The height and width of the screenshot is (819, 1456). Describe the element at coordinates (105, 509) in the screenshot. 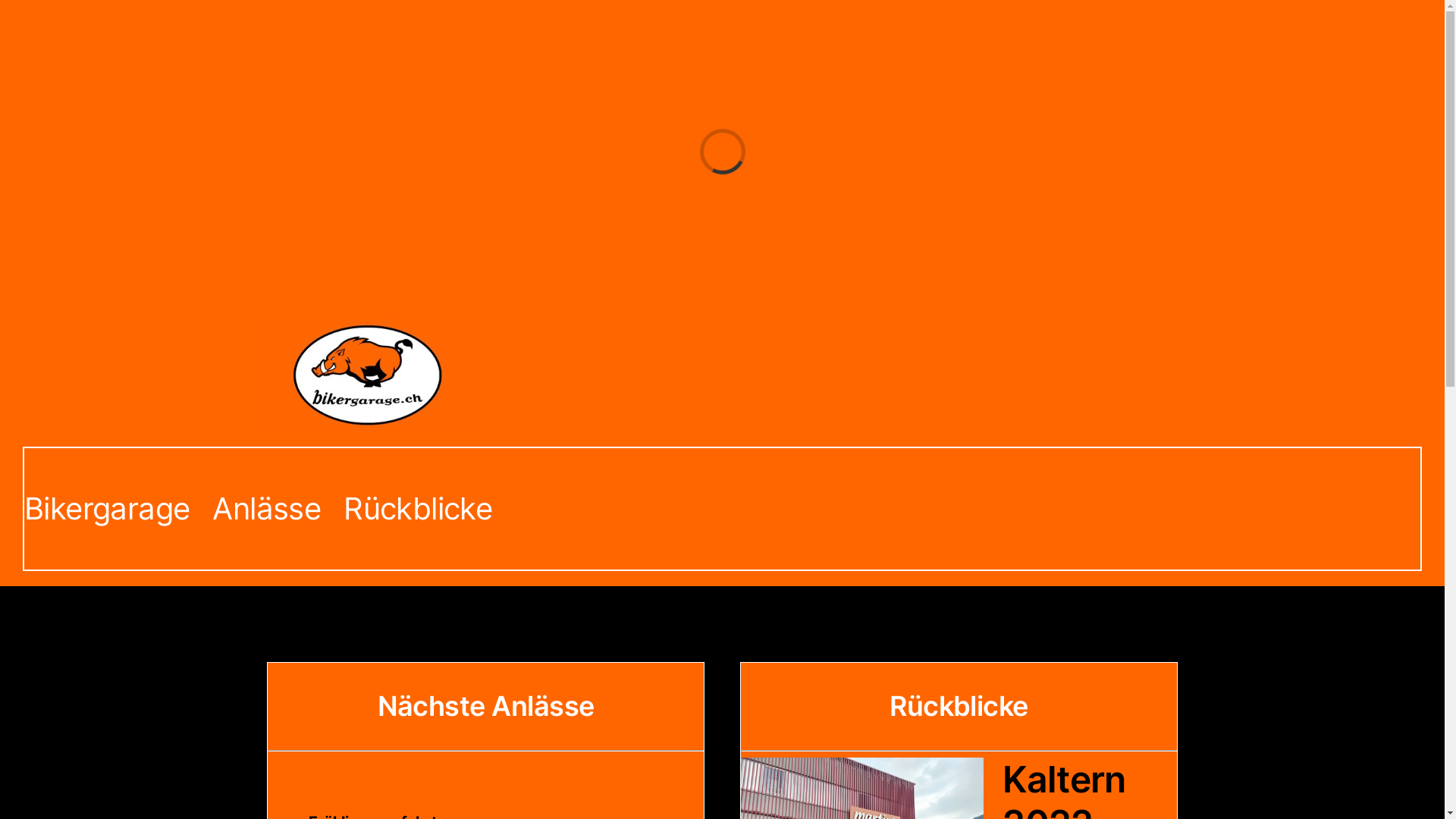

I see `'Bikergarage'` at that location.